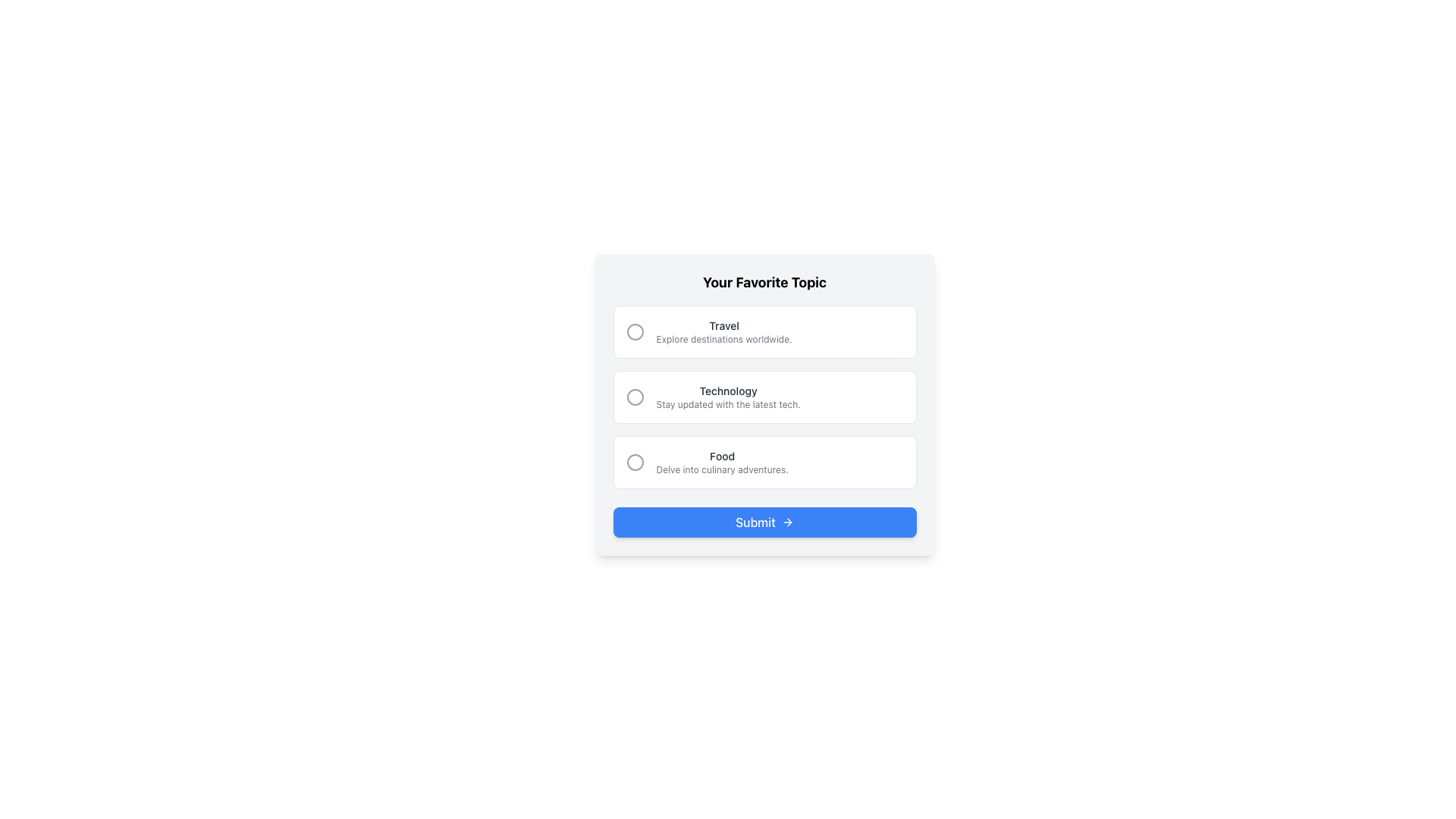  I want to click on the circular outline indicator for the first option 'Travel' in the list titled 'Your Favorite Topic', so click(635, 331).